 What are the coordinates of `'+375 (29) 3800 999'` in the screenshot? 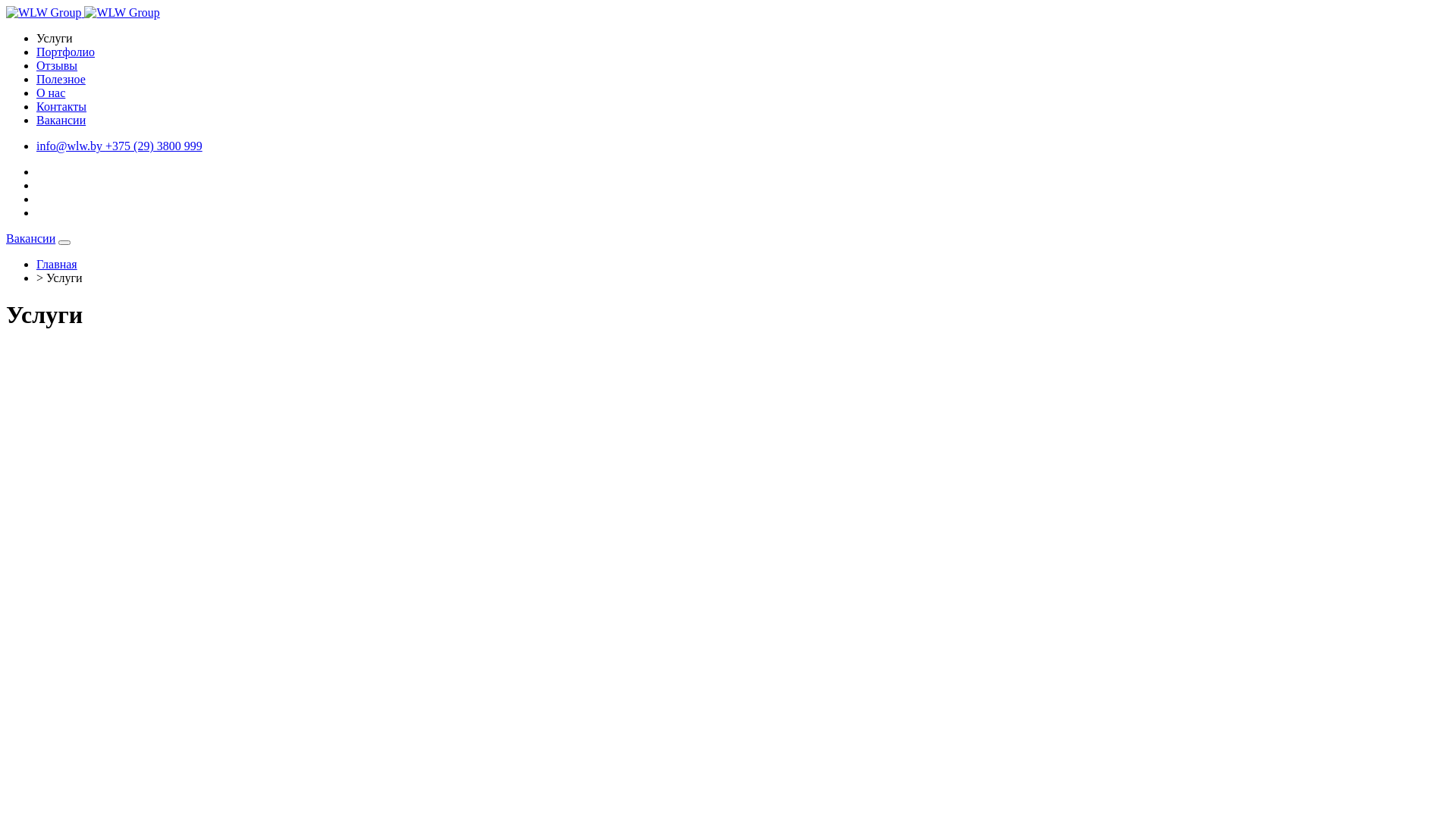 It's located at (153, 146).